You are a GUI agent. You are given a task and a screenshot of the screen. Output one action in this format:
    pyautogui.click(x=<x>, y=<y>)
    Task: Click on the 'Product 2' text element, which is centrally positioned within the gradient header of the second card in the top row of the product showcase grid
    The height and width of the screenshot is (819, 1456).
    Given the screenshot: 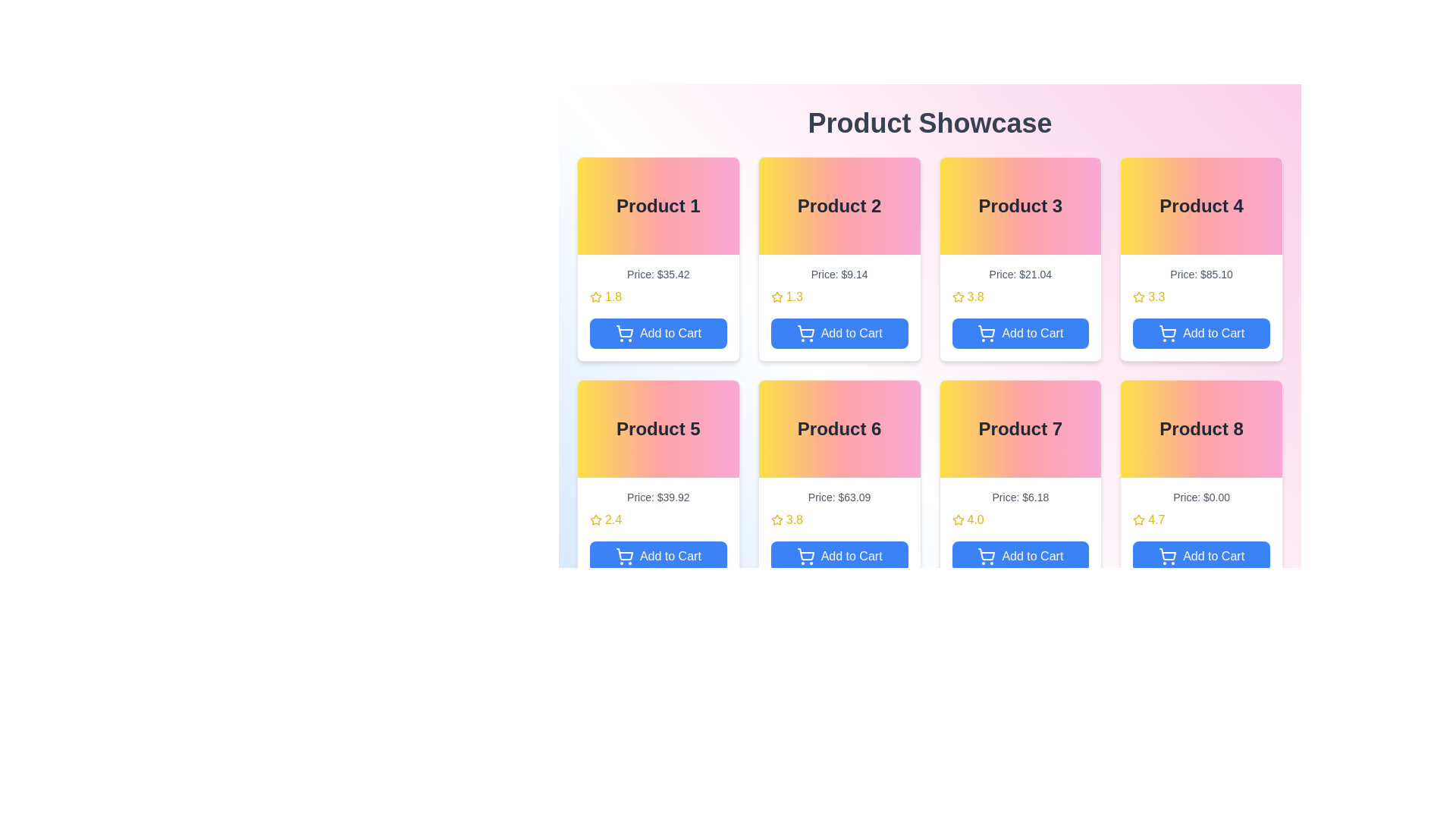 What is the action you would take?
    pyautogui.click(x=839, y=206)
    